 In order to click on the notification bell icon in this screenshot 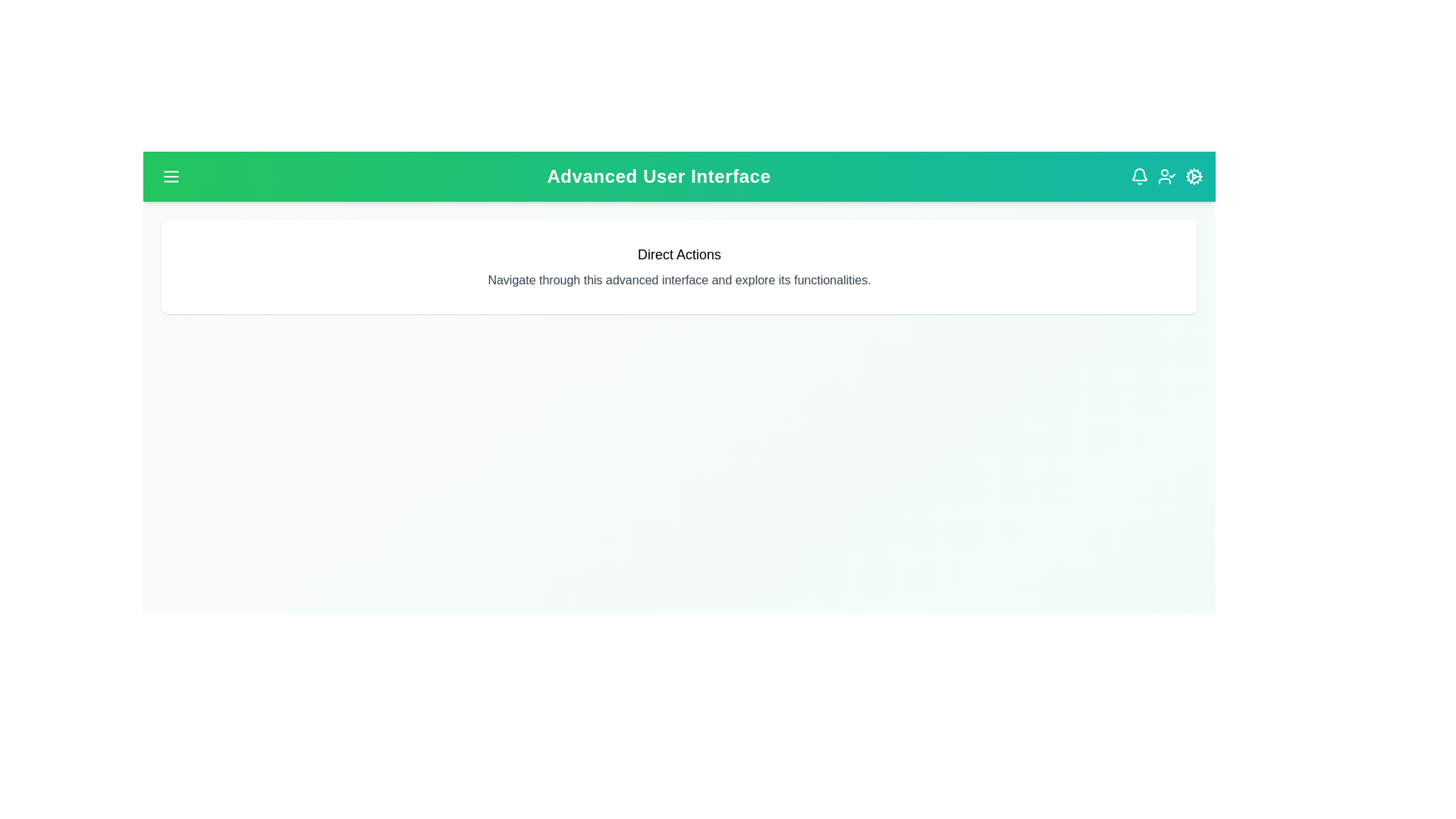, I will do `click(1139, 175)`.